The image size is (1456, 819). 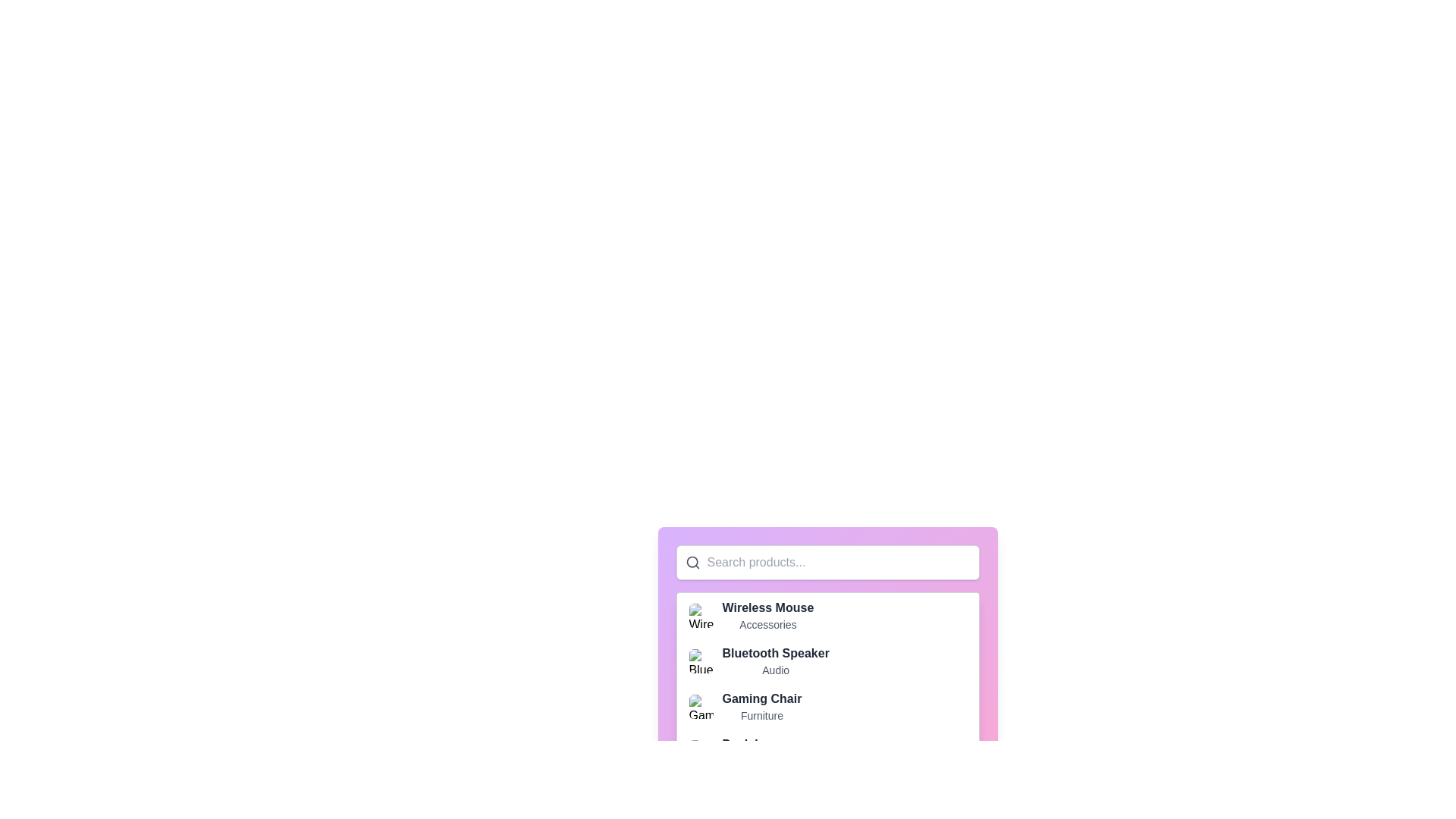 I want to click on the static text label 'Accessories' which is styled in small, gray text and located beneath the bold title 'Wireless Mouse', so click(x=767, y=625).